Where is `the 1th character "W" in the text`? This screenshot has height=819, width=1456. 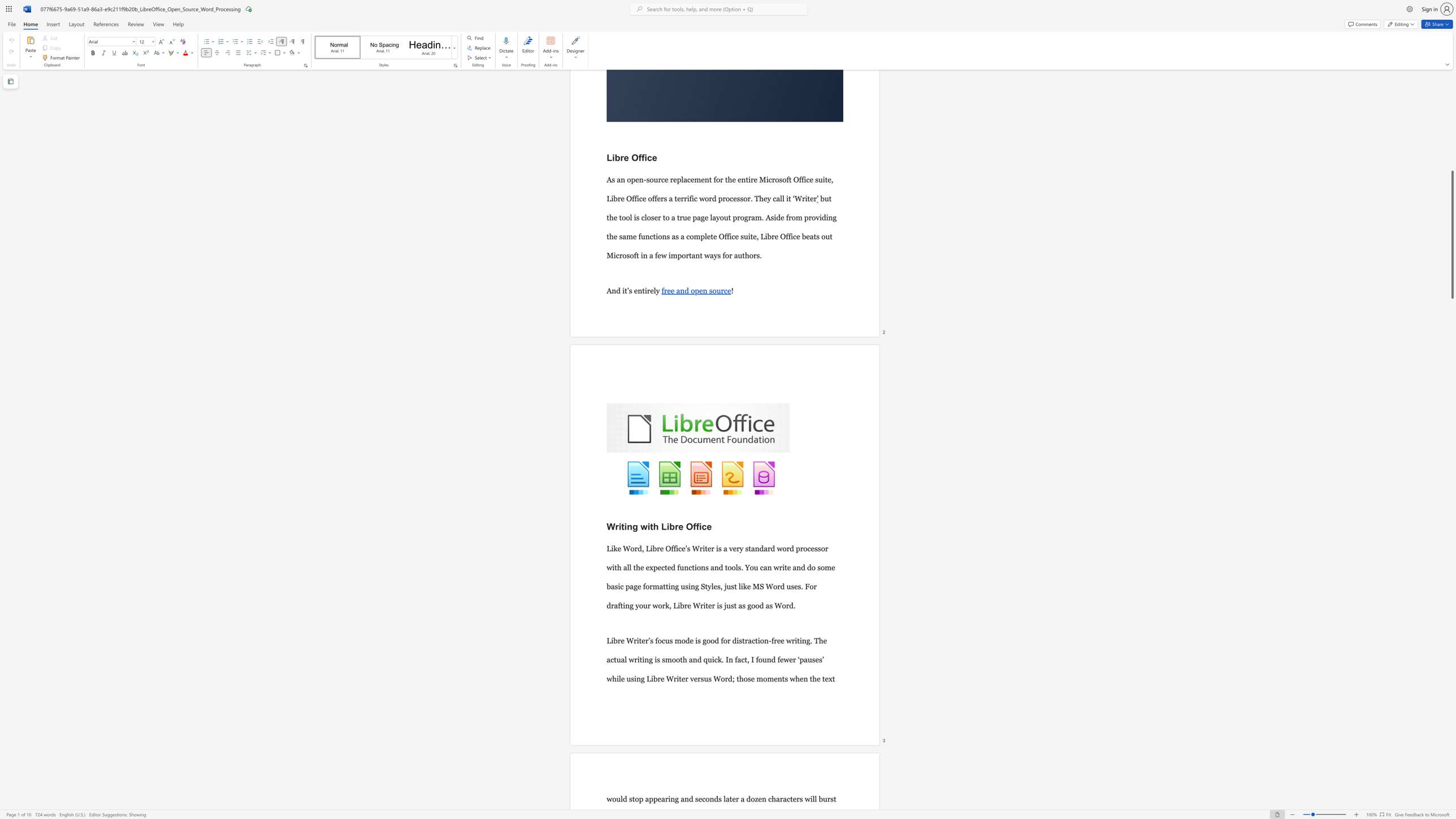
the 1th character "W" in the text is located at coordinates (610, 450).